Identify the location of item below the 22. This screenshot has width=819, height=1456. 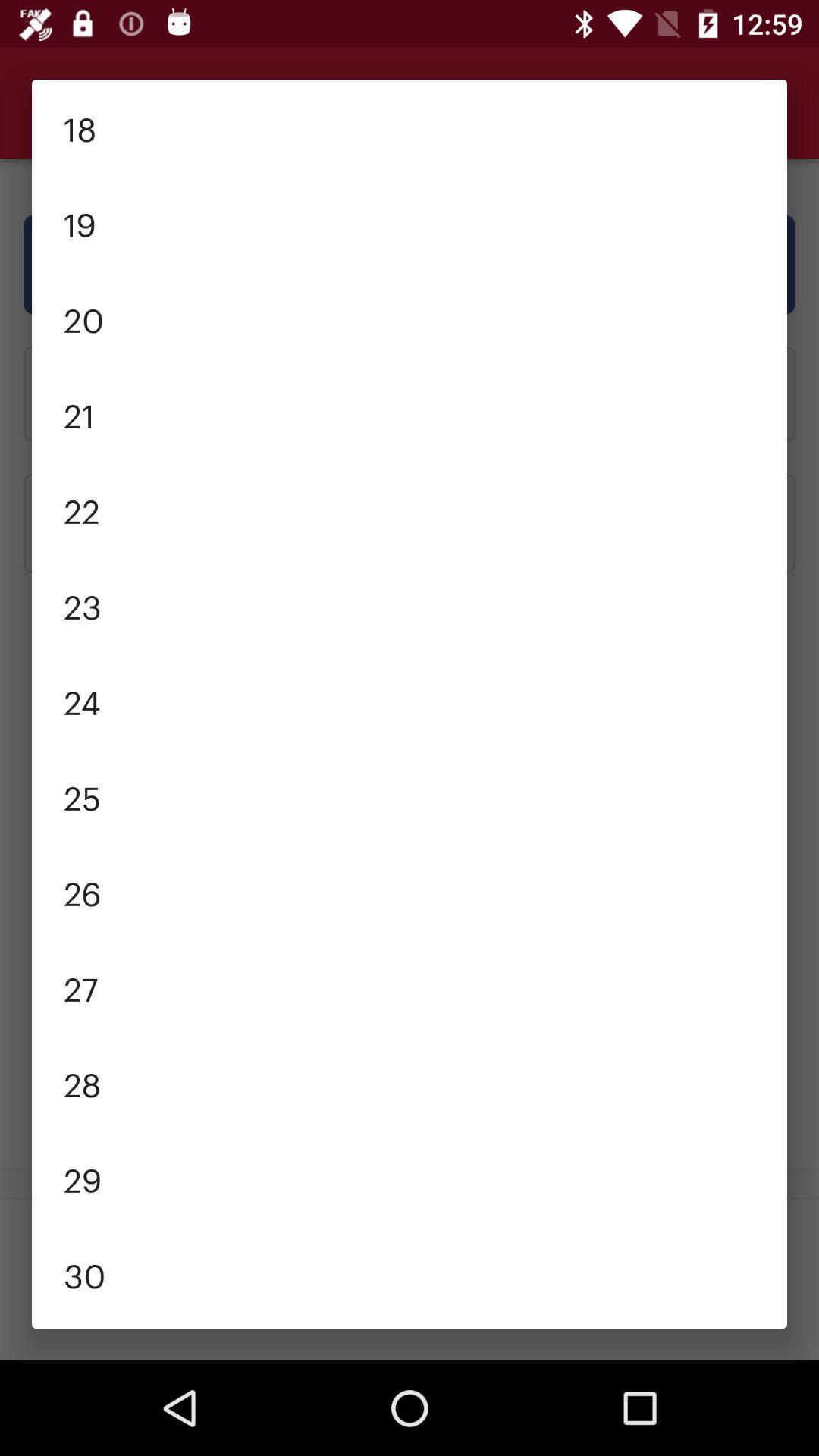
(409, 604).